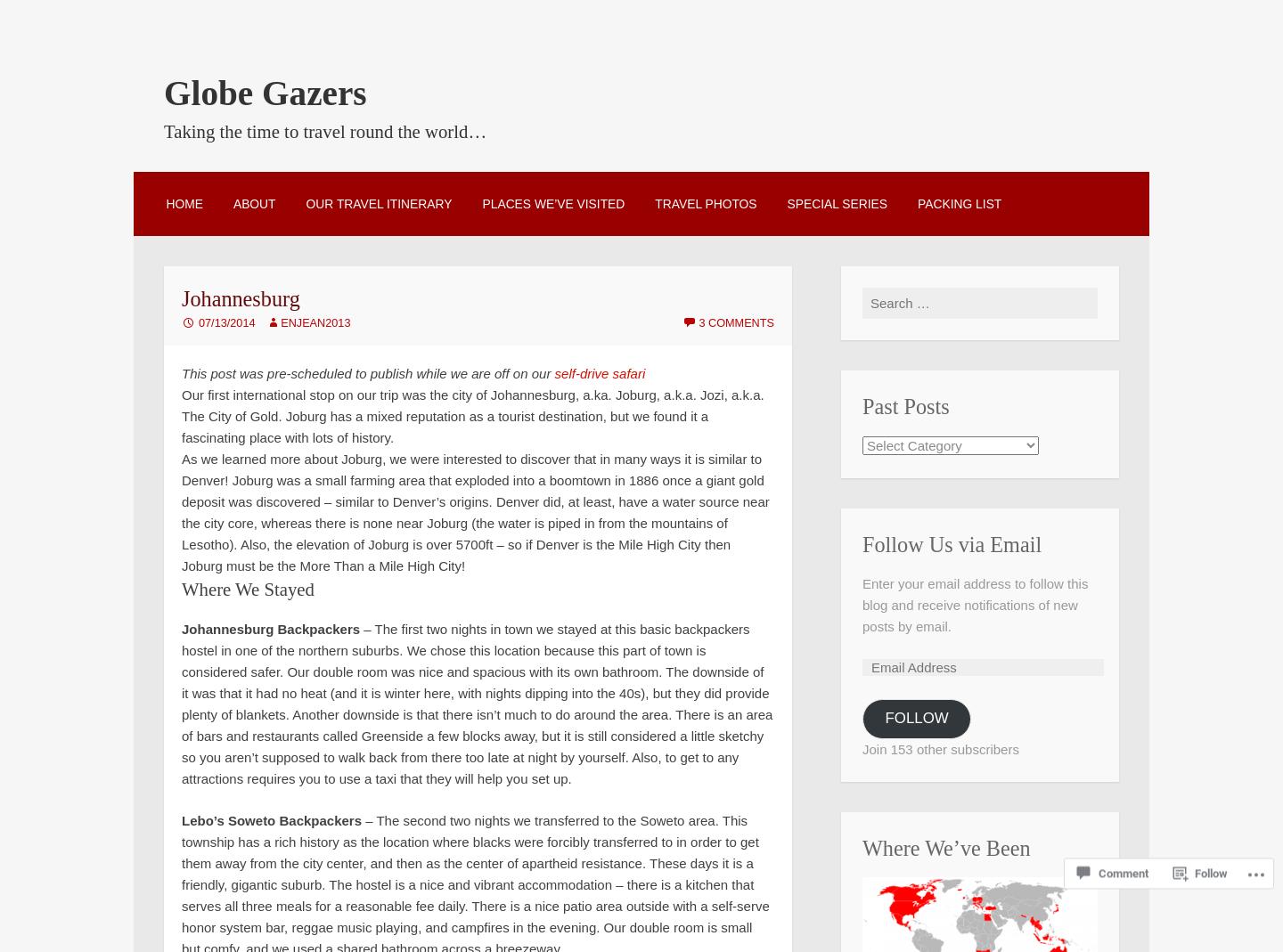 The image size is (1283, 952). What do you see at coordinates (946, 847) in the screenshot?
I see `'Where We’ve Been'` at bounding box center [946, 847].